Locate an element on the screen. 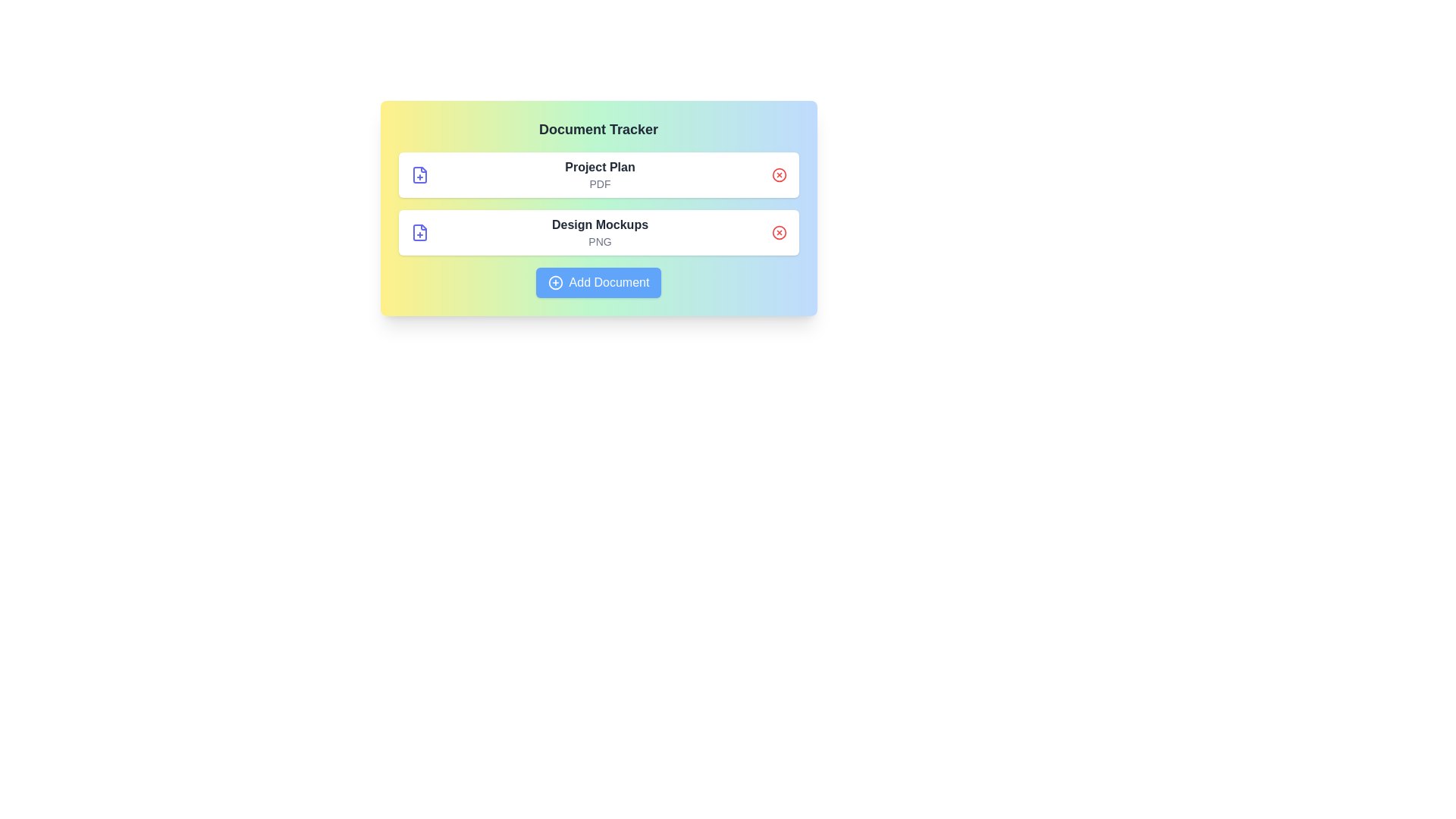 The width and height of the screenshot is (1456, 819). the 'Add Document' button to add a new document is located at coordinates (598, 283).